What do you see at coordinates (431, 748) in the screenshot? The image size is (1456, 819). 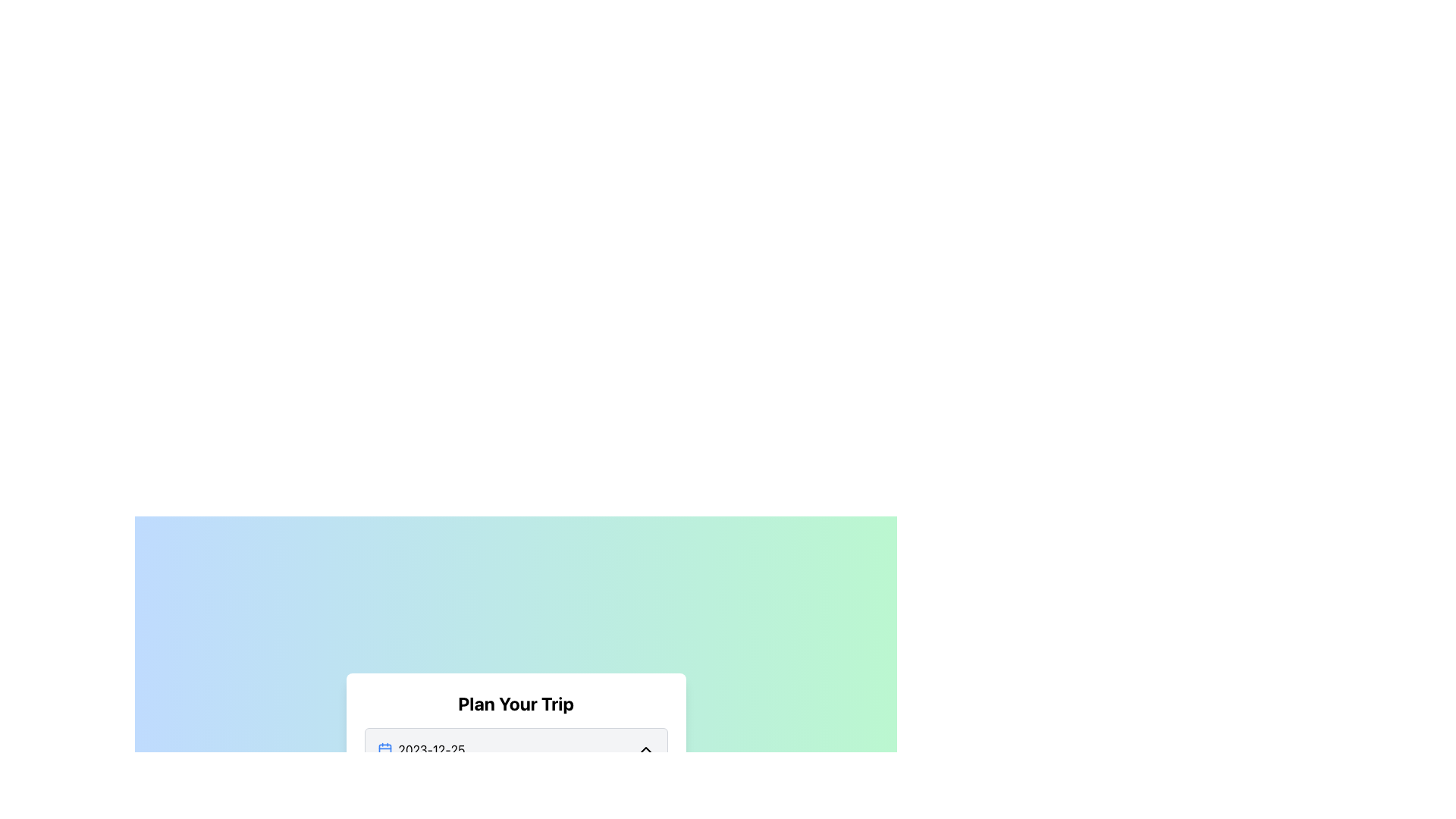 I see `the static text element that displays the selected or default date in 'YYYY-MM-DD' format within the date picker interface, located to the right of a small blue calendar icon` at bounding box center [431, 748].